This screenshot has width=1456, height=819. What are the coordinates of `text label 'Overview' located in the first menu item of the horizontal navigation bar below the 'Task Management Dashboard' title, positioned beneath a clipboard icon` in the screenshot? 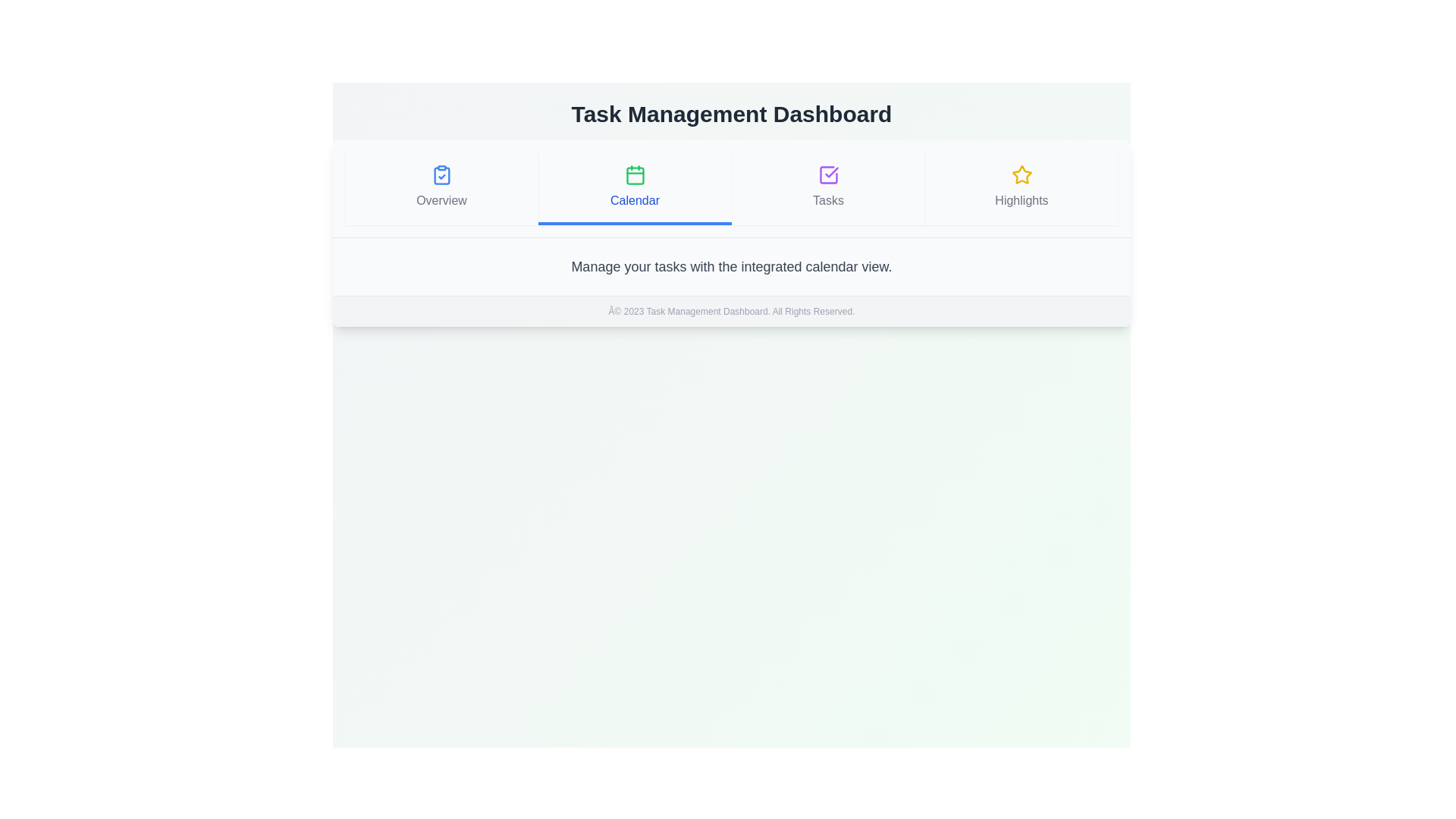 It's located at (441, 200).